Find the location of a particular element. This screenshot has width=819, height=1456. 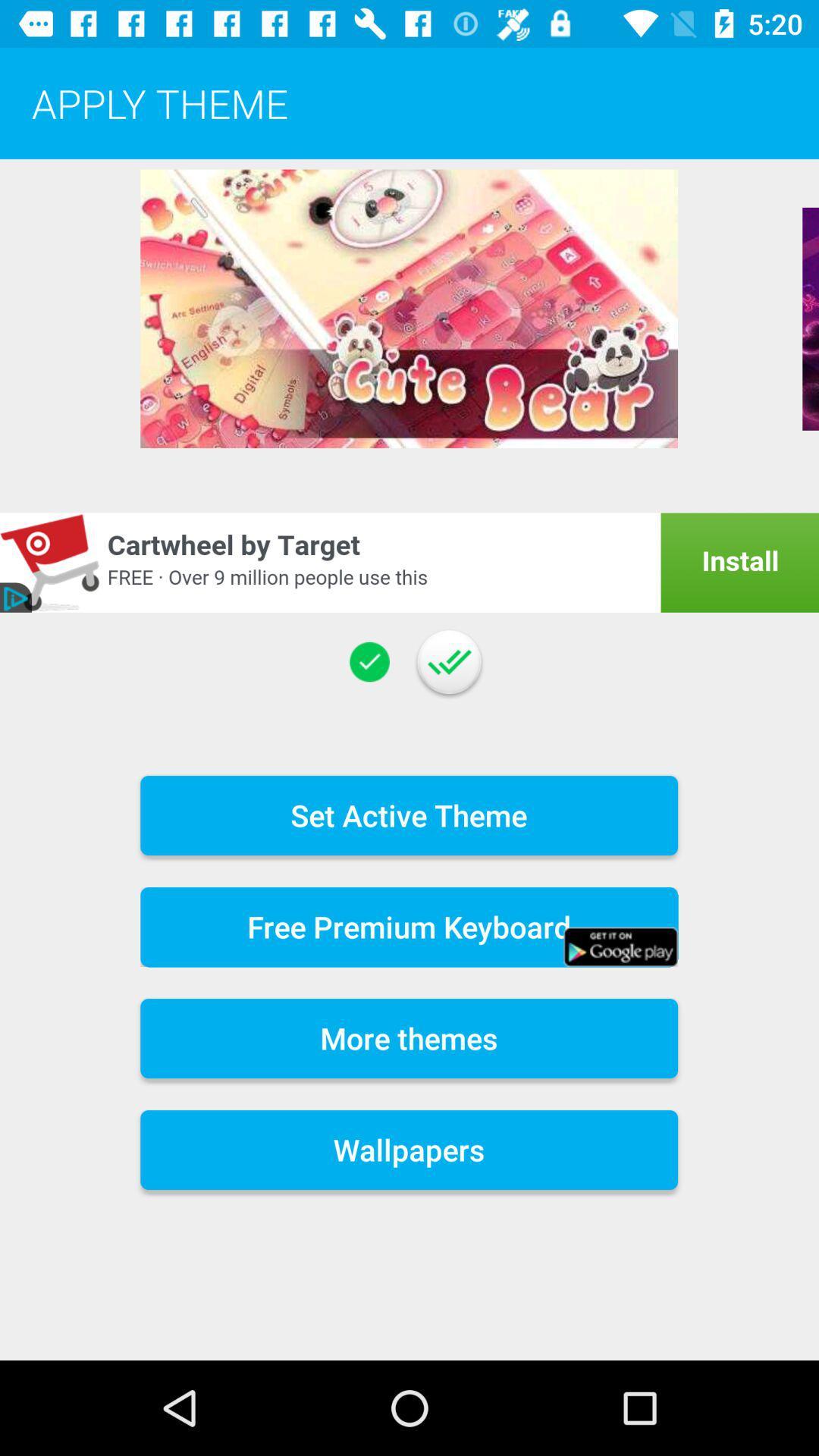

the item above the set active theme item is located at coordinates (448, 662).